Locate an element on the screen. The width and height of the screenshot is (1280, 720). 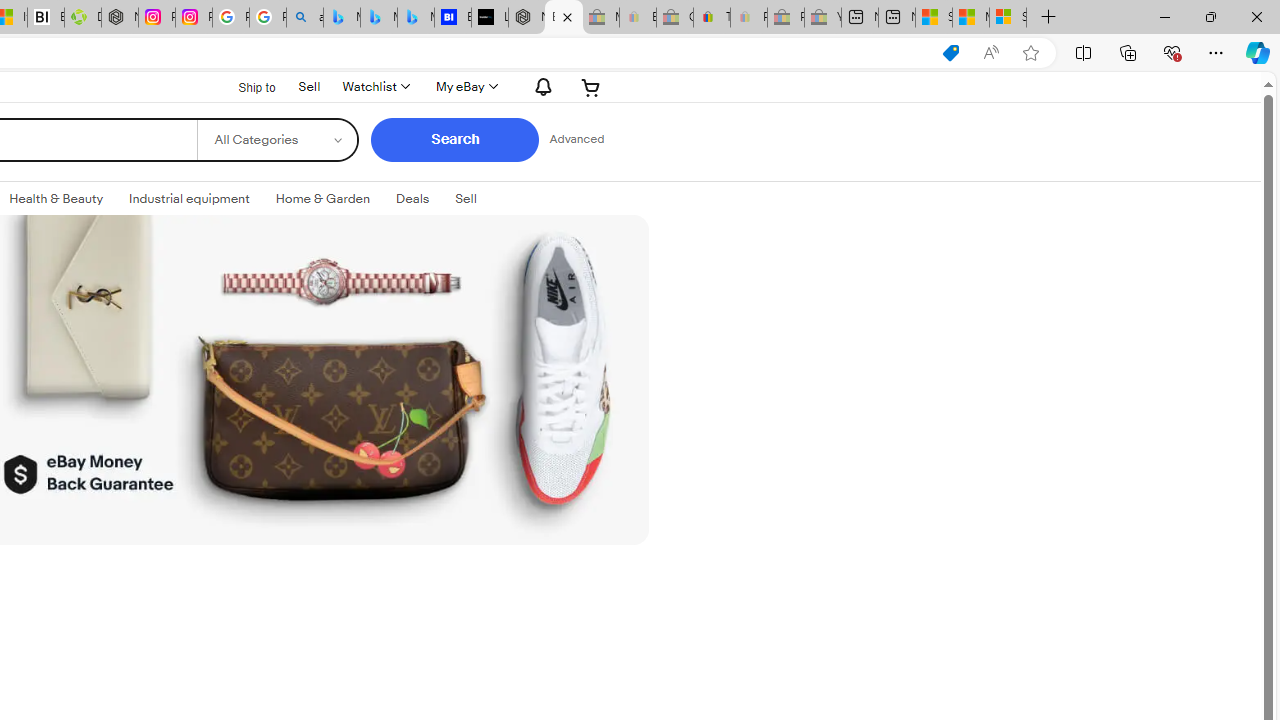
'Watchlist' is located at coordinates (375, 86).